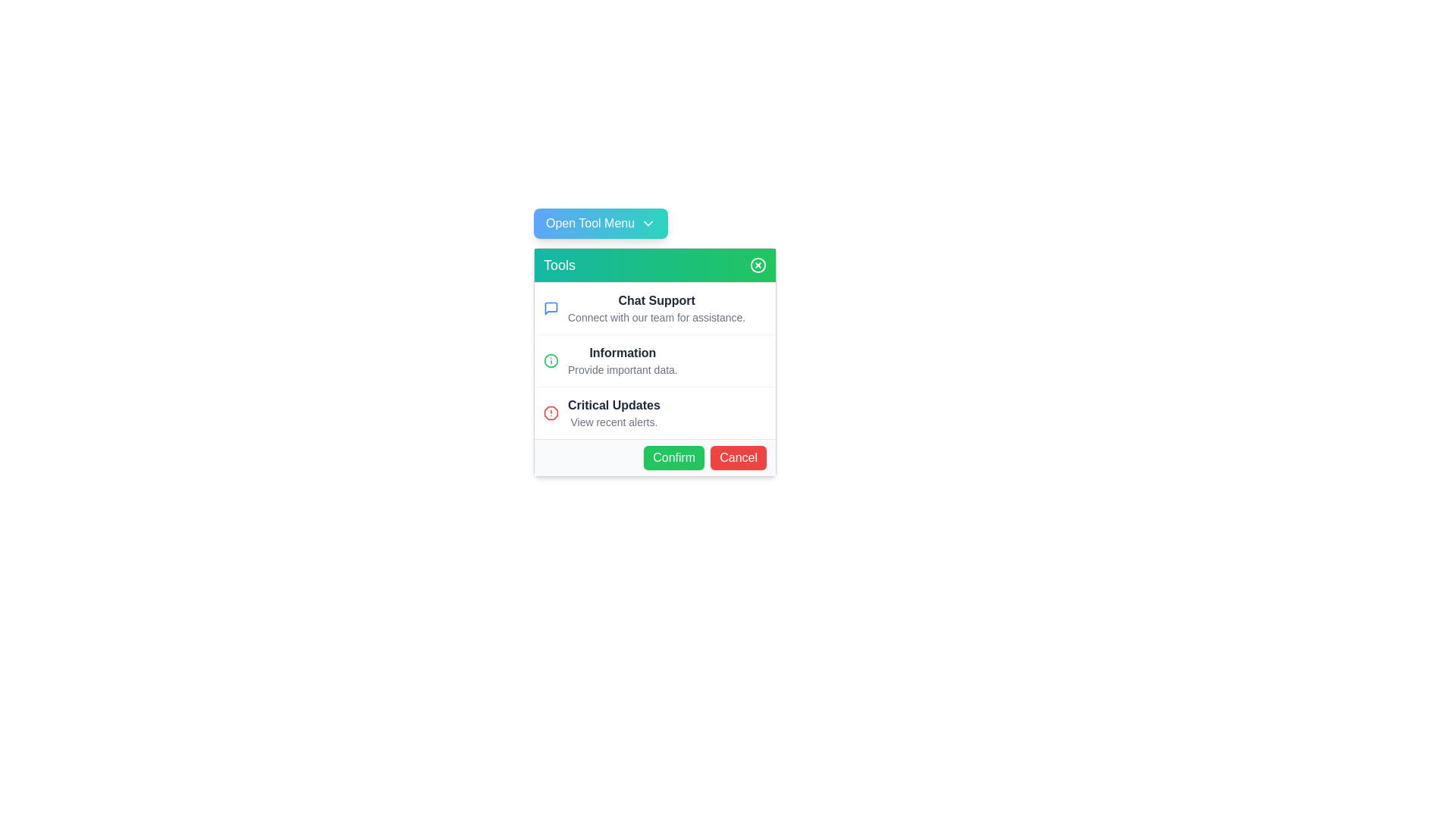 This screenshot has height=819, width=1456. Describe the element at coordinates (758, 265) in the screenshot. I see `the circular close button with a green background and an X symbol located at the top-right corner of the 'Tools' header section` at that location.